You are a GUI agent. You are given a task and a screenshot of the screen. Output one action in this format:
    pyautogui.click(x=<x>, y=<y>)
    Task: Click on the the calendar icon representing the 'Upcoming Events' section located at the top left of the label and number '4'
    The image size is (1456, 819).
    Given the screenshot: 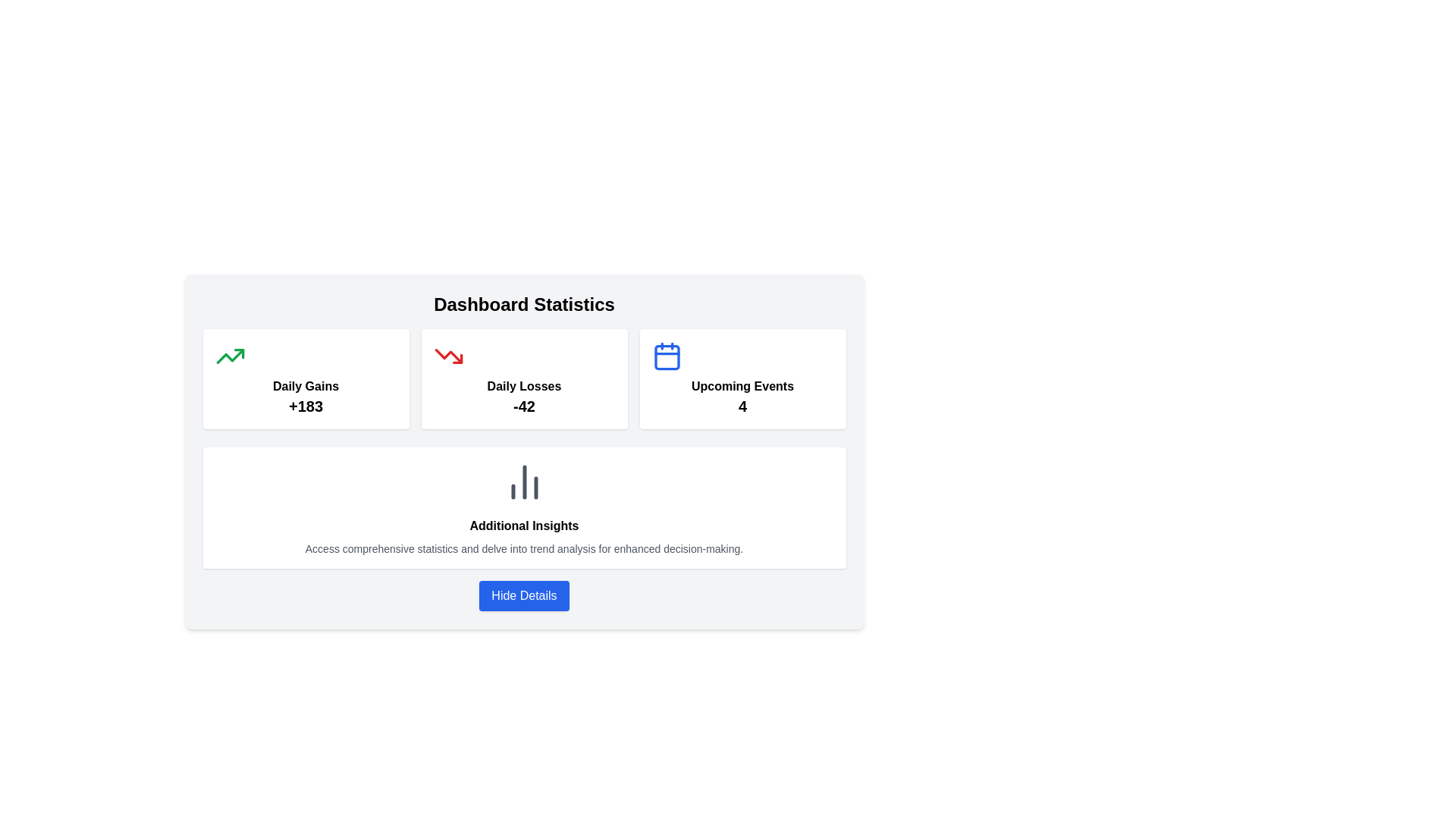 What is the action you would take?
    pyautogui.click(x=667, y=356)
    